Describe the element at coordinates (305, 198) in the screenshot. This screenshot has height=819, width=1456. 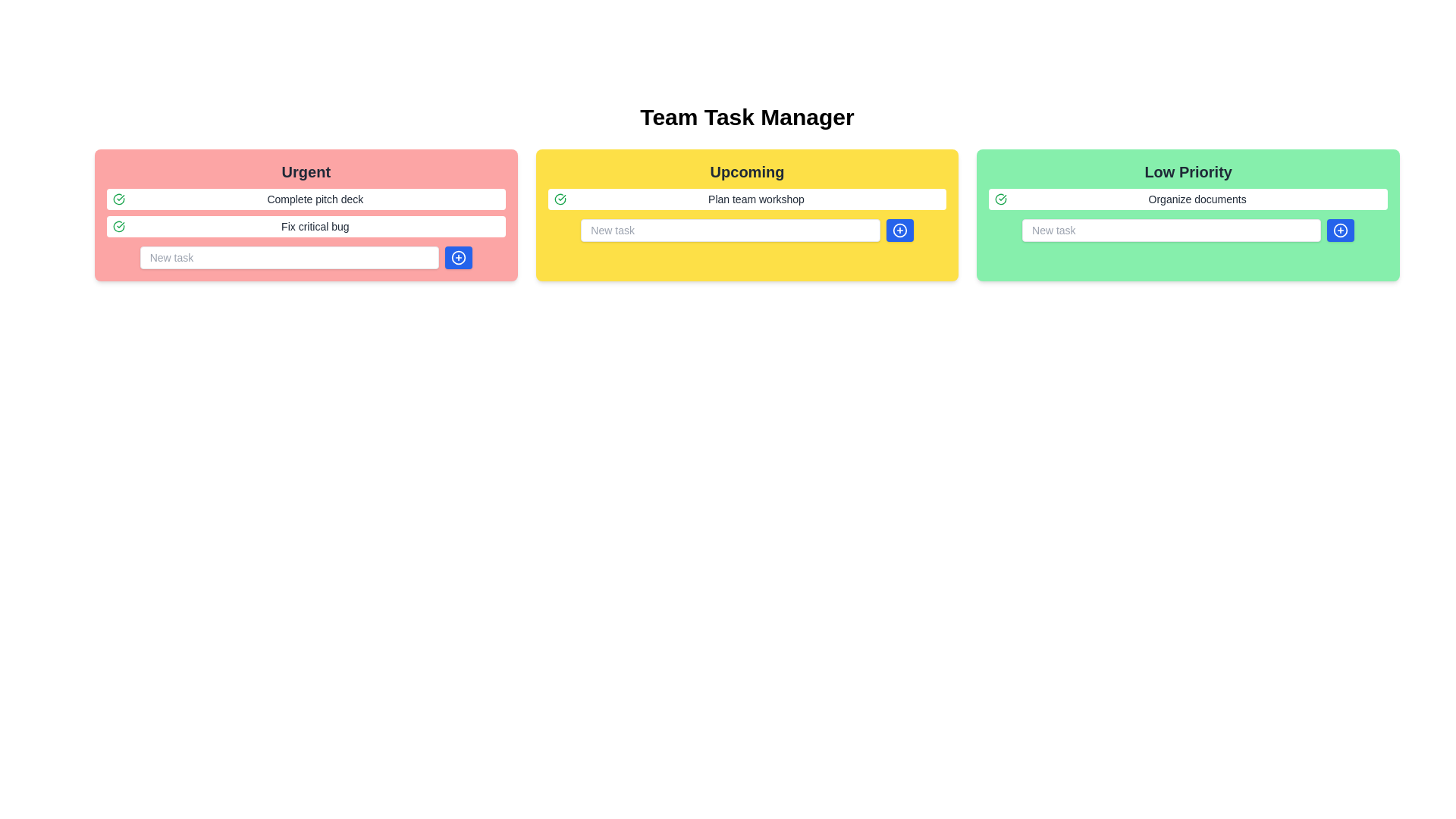
I see `to select or view details of the task labeled 'Complete pitch deck', which is the first item in the red-colored 'Urgent' task list` at that location.